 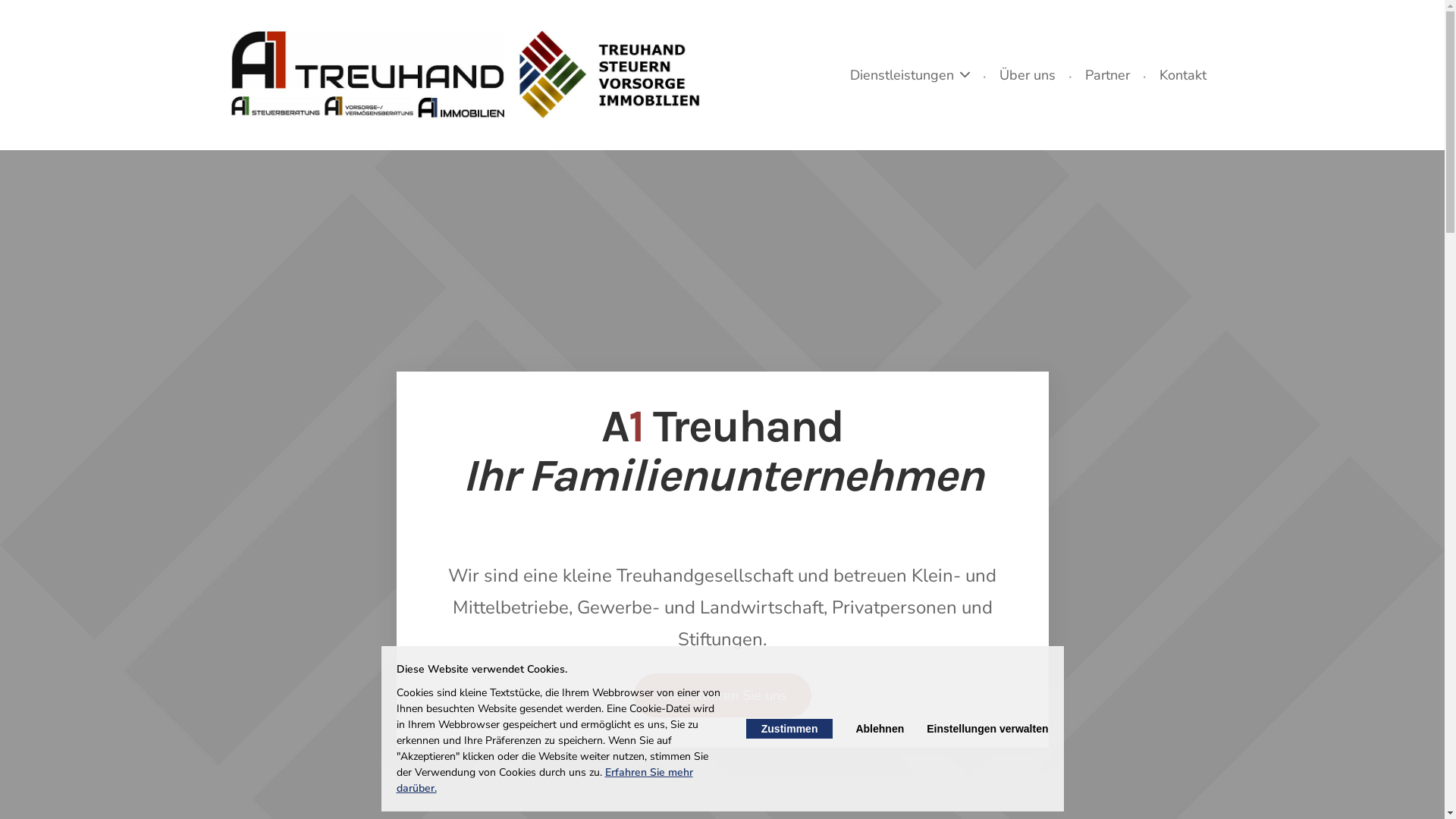 I want to click on 'Kontakt', so click(x=1182, y=75).